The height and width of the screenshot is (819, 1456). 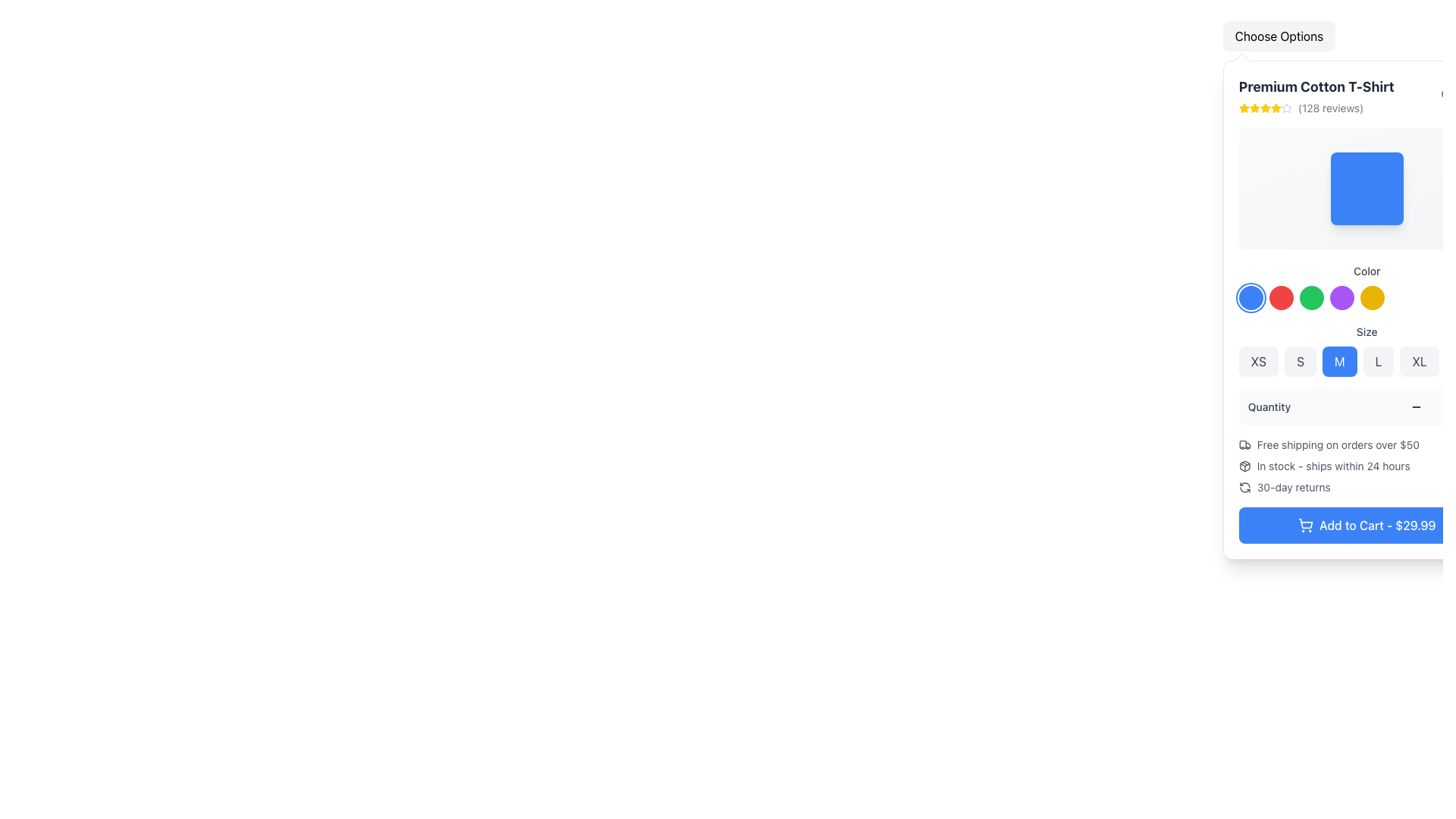 I want to click on the refresh icon related to the '30-day returns' functionality, located in the rightmost column below the product details section, so click(x=1244, y=488).